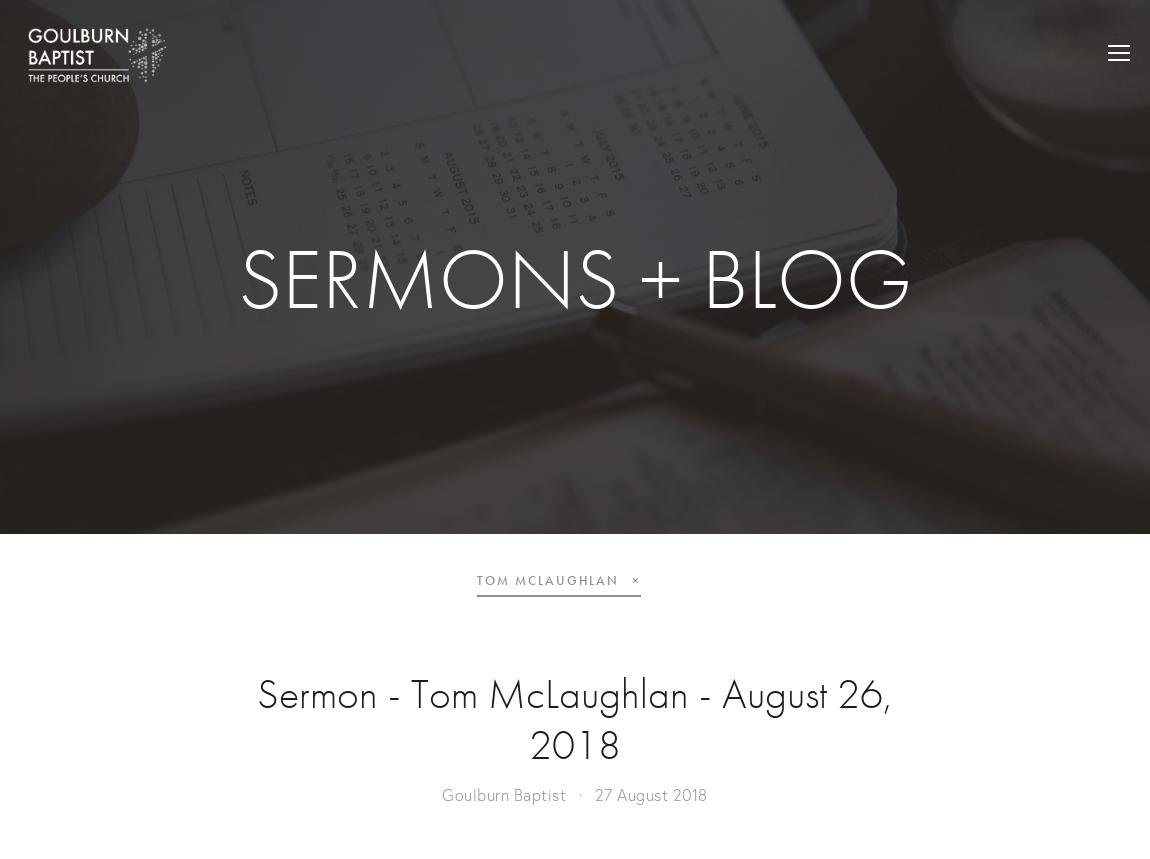 This screenshot has width=1150, height=859. What do you see at coordinates (954, 137) in the screenshot?
I see `'BELIEVE'` at bounding box center [954, 137].